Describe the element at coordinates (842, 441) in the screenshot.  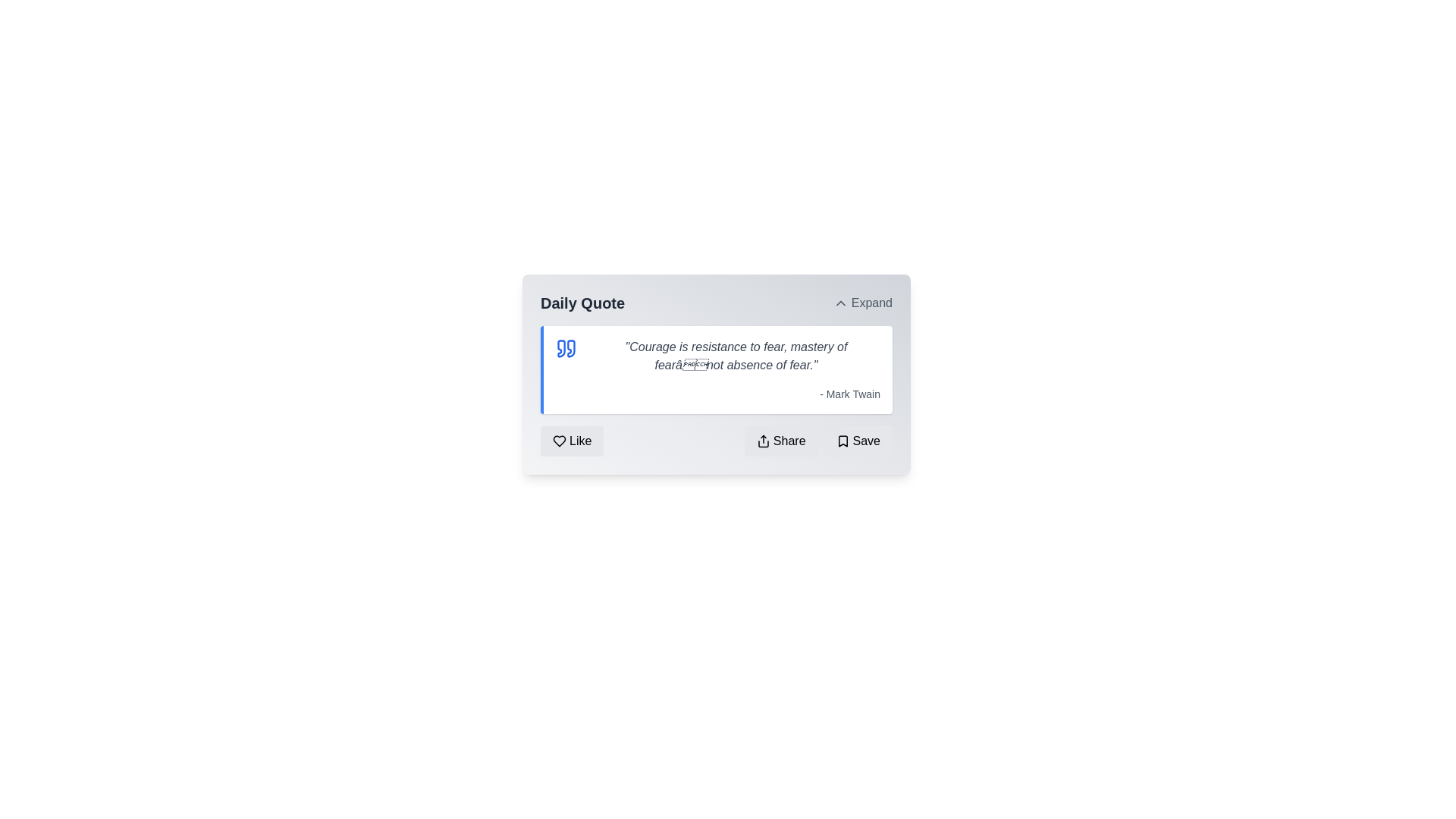
I see `the bookmark icon, which is part of the 'Save' button located at the bottom-right corner of the card interface` at that location.